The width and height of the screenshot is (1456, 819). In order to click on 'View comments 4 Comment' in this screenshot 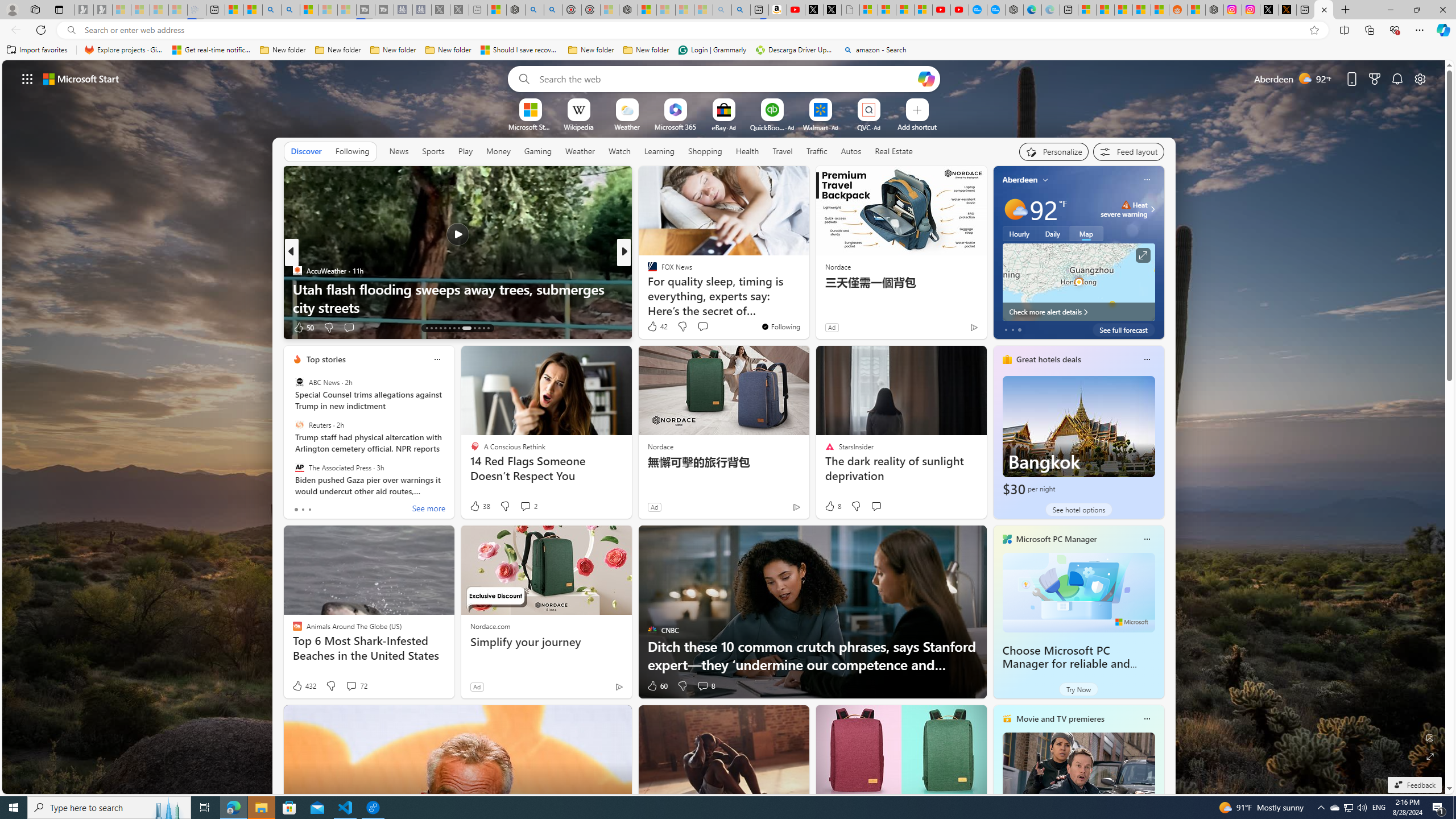, I will do `click(698, 326)`.